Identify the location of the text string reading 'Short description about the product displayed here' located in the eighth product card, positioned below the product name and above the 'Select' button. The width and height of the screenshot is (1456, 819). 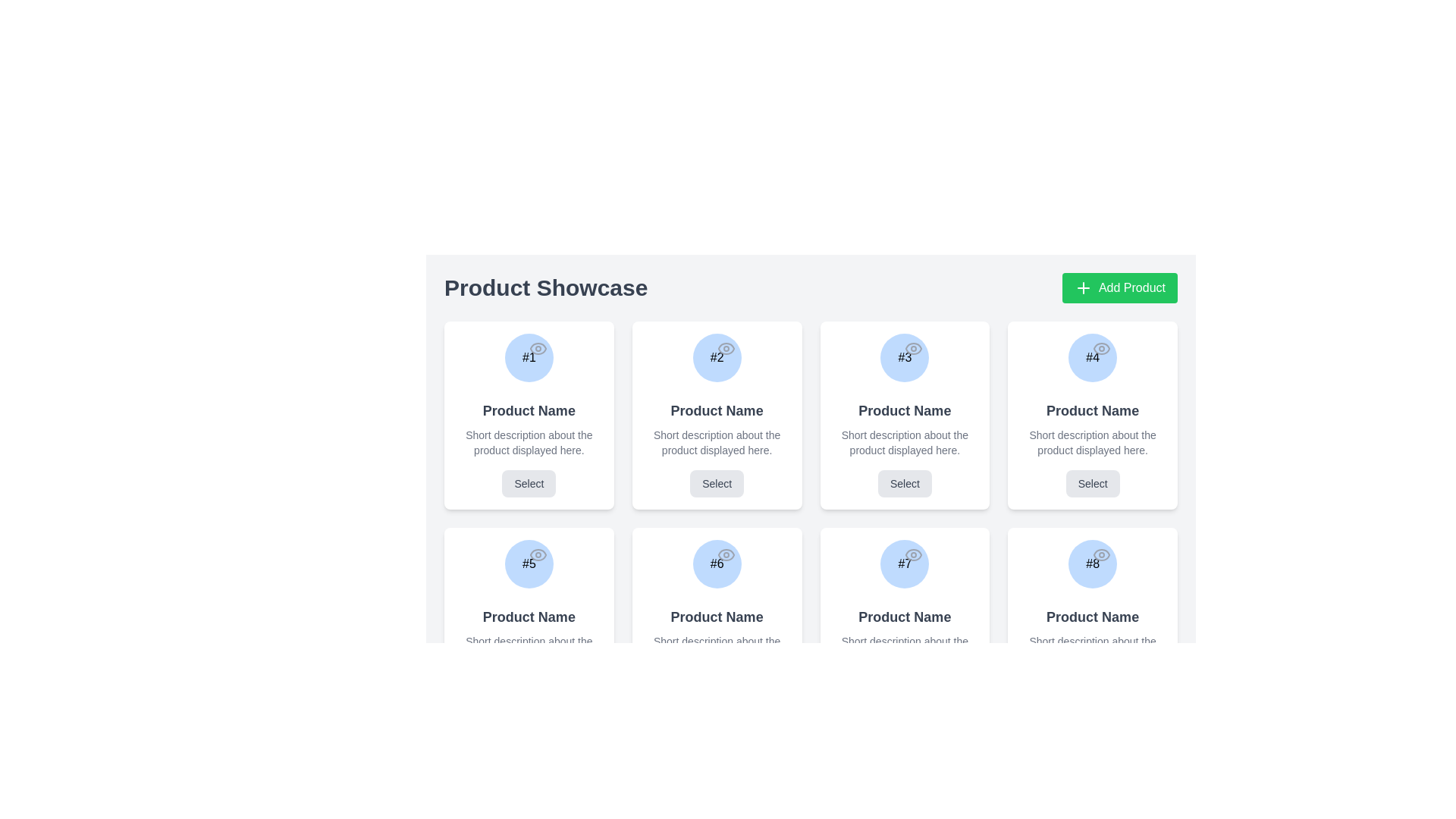
(1093, 648).